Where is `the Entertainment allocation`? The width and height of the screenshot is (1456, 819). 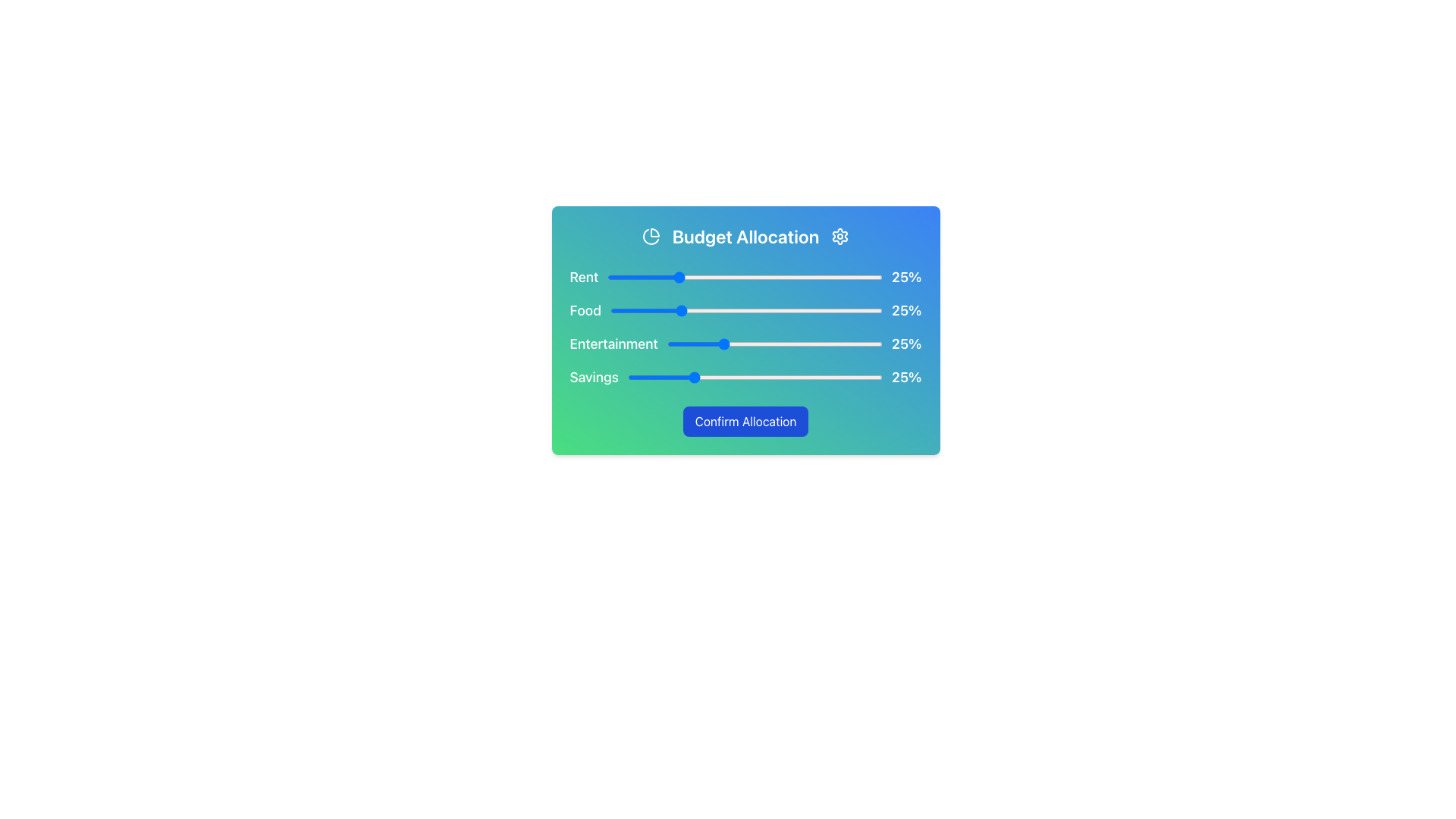
the Entertainment allocation is located at coordinates (670, 344).